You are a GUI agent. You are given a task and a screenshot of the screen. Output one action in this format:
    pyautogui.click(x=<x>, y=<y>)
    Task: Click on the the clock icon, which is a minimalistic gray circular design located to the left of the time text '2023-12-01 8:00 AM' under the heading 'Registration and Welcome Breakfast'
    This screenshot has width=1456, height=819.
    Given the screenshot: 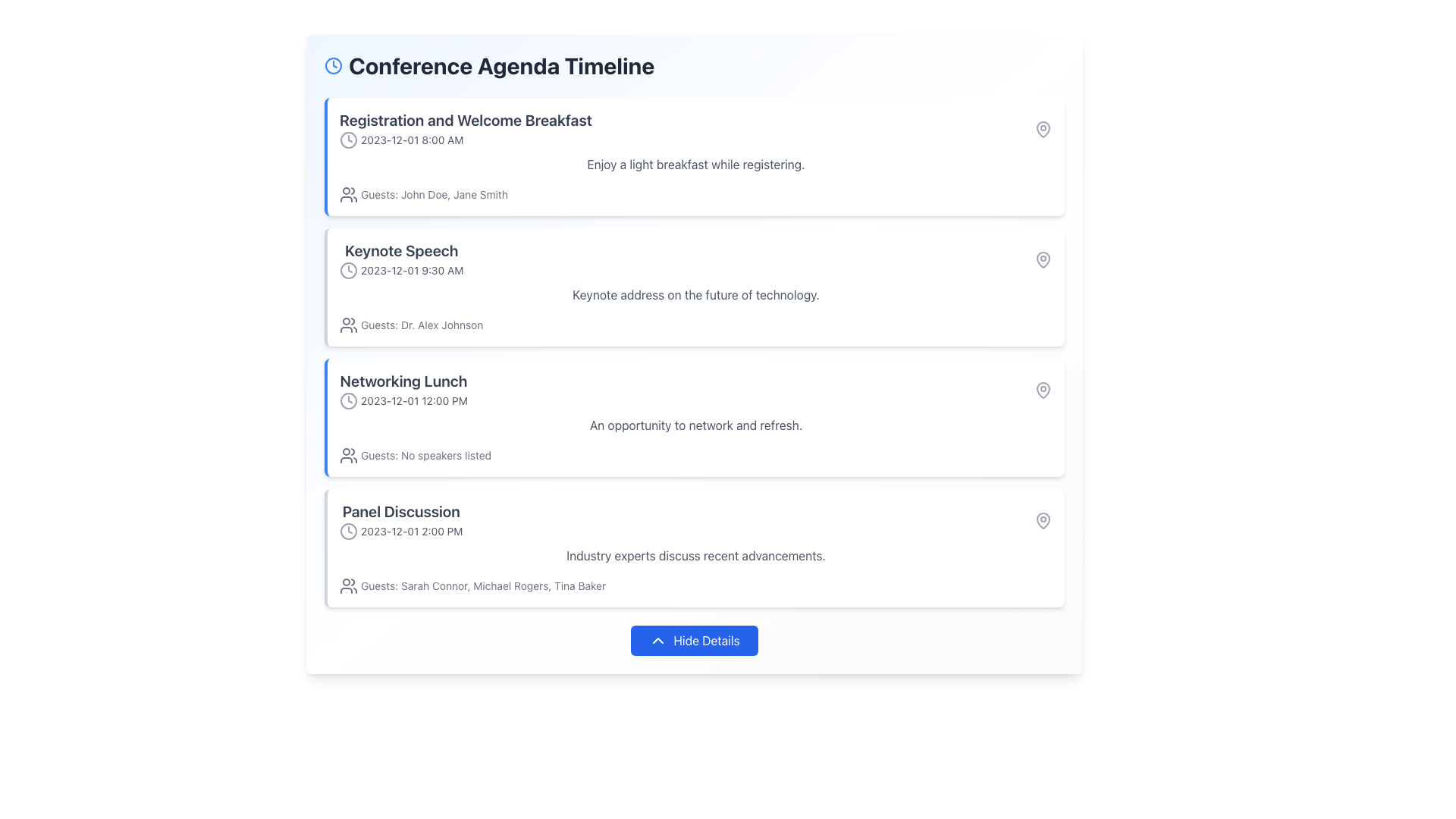 What is the action you would take?
    pyautogui.click(x=348, y=140)
    